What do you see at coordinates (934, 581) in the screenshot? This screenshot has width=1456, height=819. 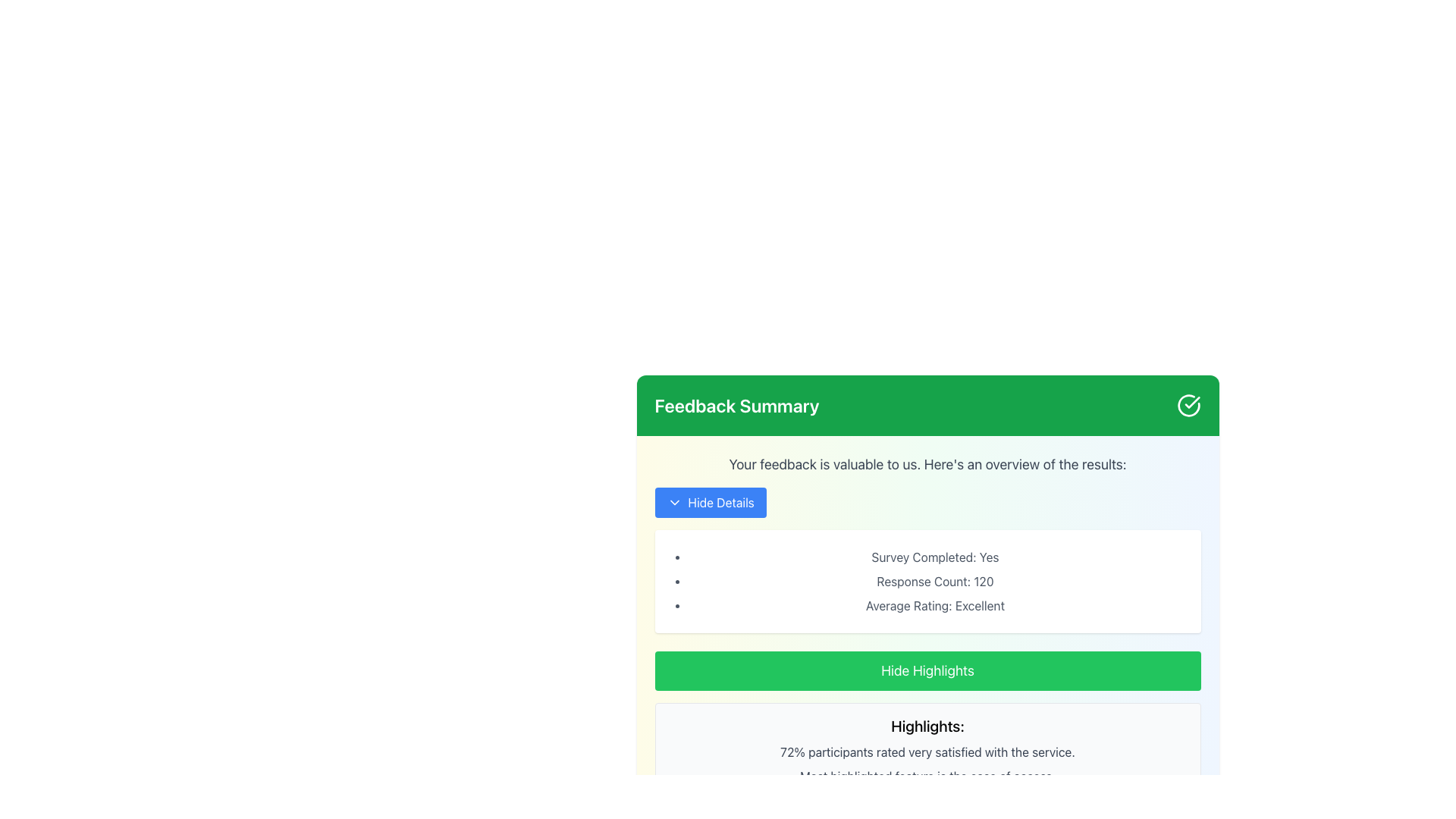 I see `the text label displaying 'Response Count: 120' in the Feedback Summary section, which is the second item in a bulleted list` at bounding box center [934, 581].